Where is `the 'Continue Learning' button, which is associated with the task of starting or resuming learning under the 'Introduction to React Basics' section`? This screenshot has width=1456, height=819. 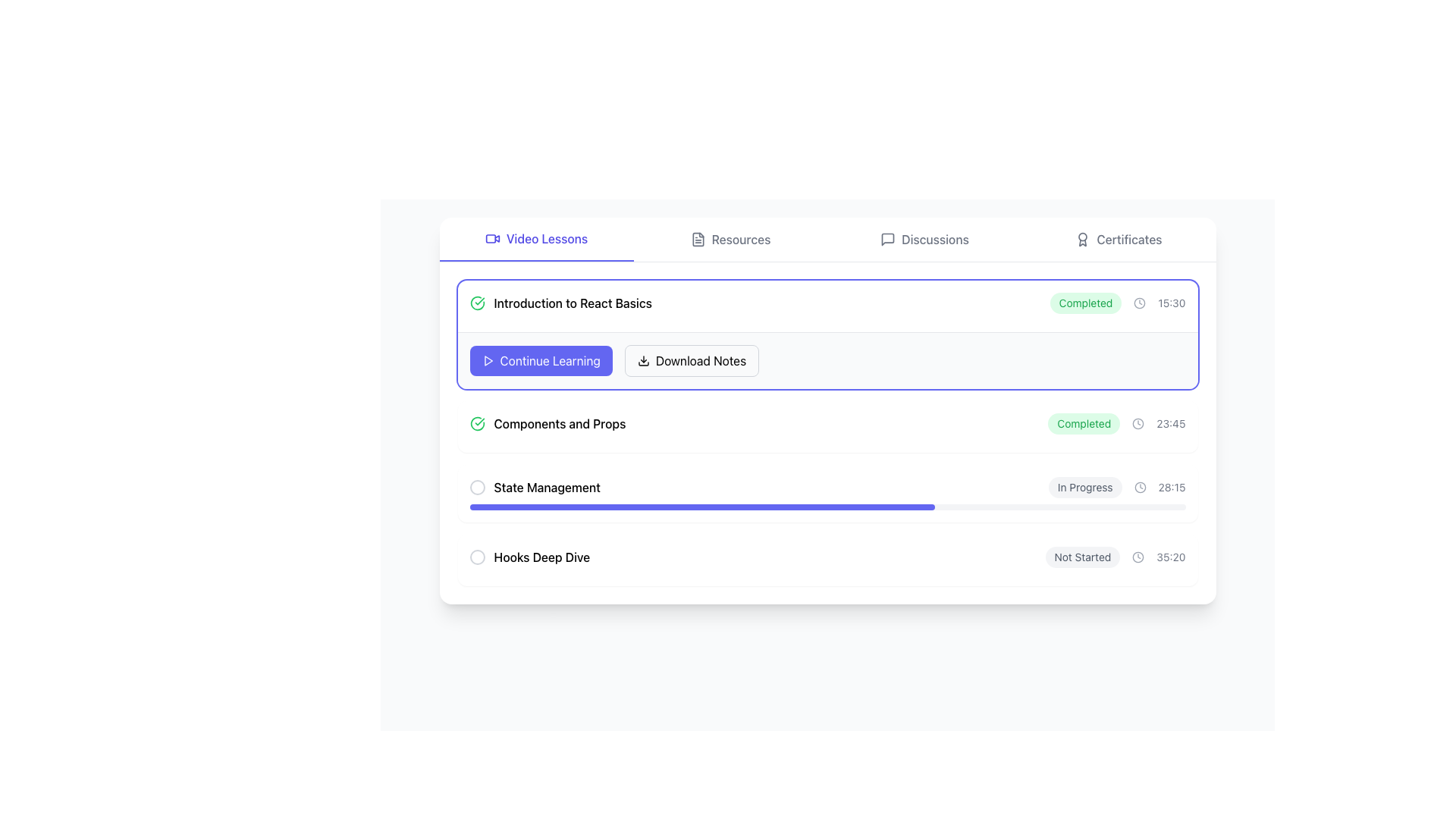
the 'Continue Learning' button, which is associated with the task of starting or resuming learning under the 'Introduction to React Basics' section is located at coordinates (488, 360).